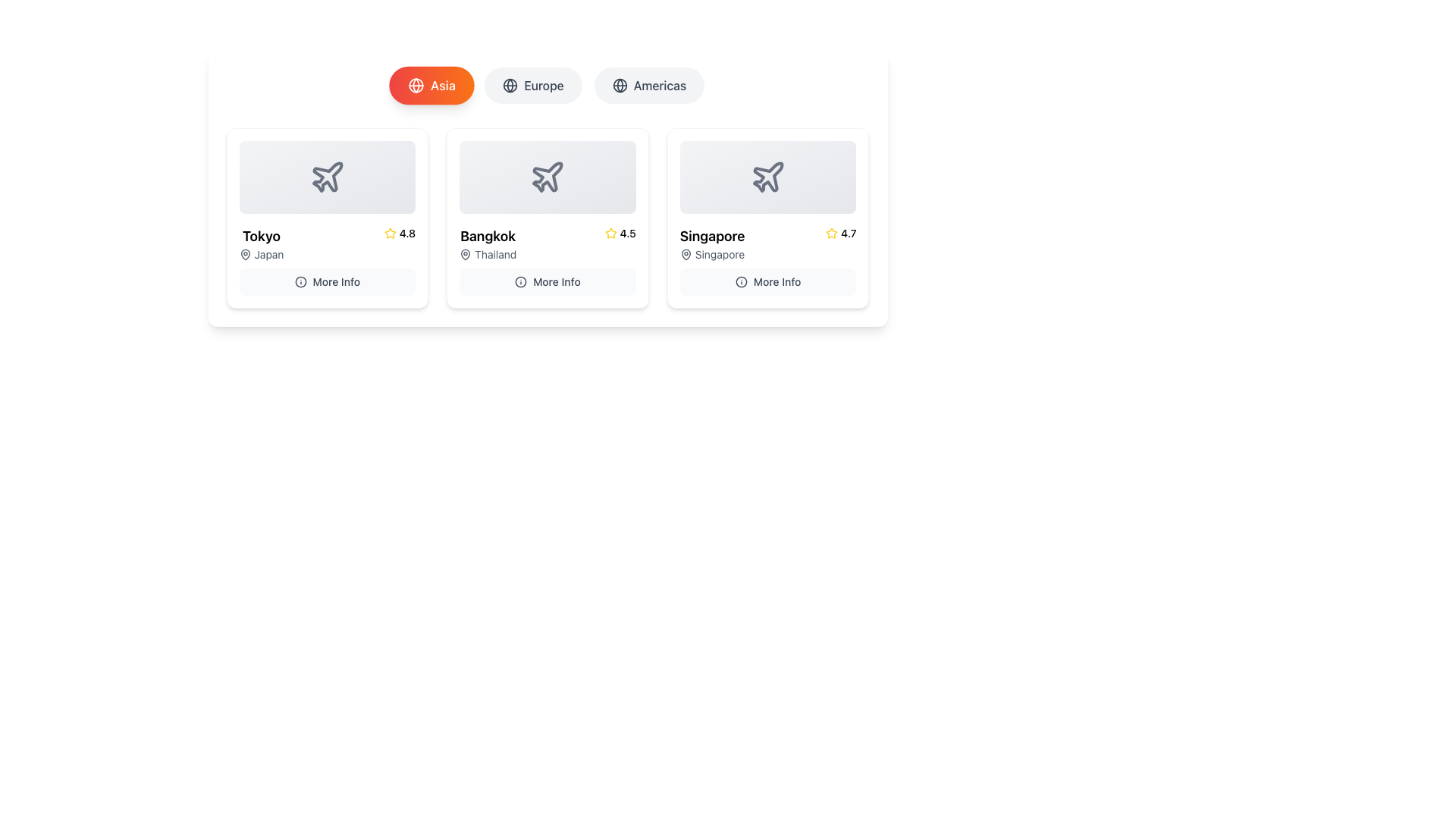  What do you see at coordinates (768, 177) in the screenshot?
I see `the airplane-shaped icon that is gray and changes to blue when hovered over, located in the Singapore card in the third column of the card group` at bounding box center [768, 177].